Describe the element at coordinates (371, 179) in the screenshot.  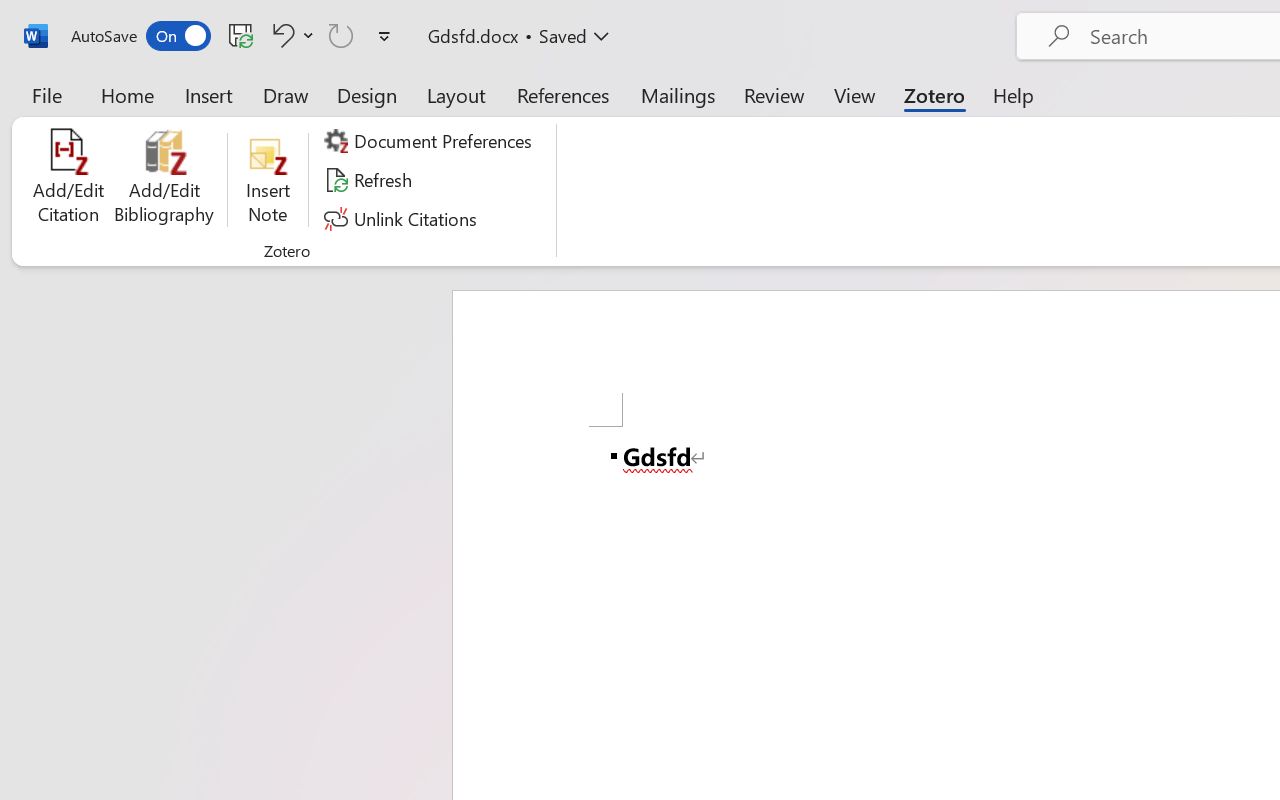
I see `'Refresh'` at that location.